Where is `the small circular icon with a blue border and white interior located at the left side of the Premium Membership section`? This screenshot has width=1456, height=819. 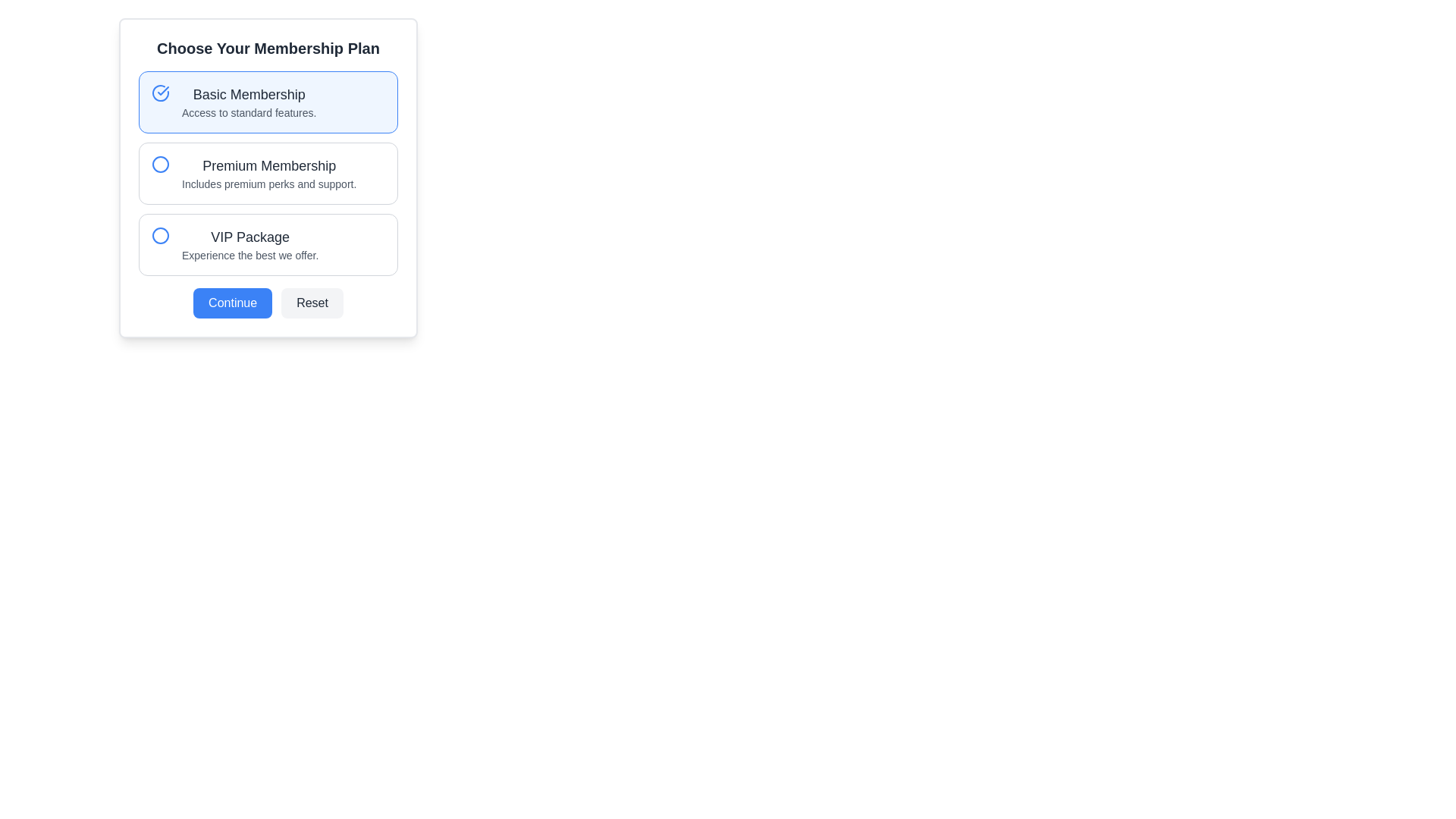
the small circular icon with a blue border and white interior located at the left side of the Premium Membership section is located at coordinates (160, 164).